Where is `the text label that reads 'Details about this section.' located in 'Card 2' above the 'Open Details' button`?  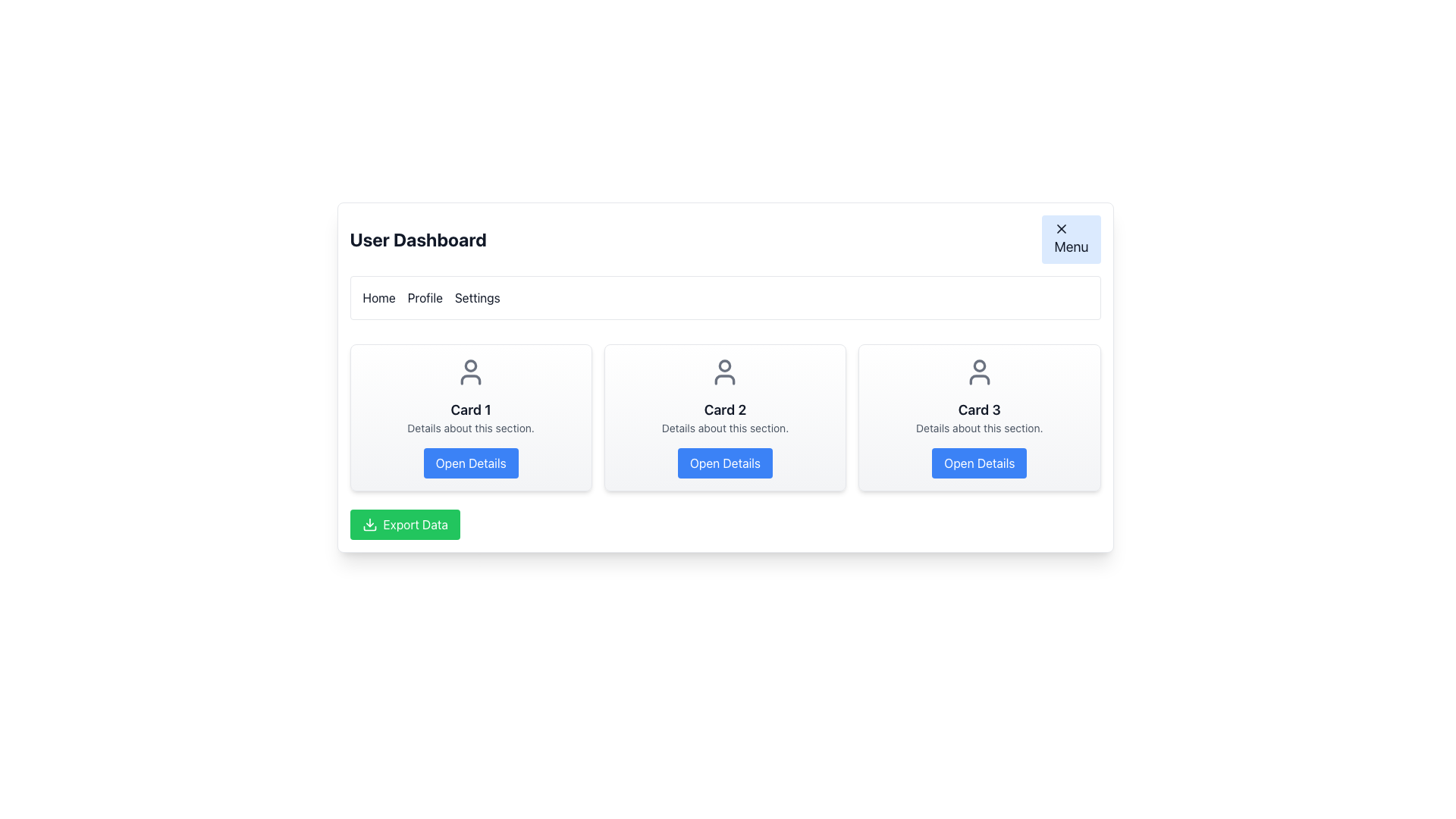 the text label that reads 'Details about this section.' located in 'Card 2' above the 'Open Details' button is located at coordinates (724, 428).